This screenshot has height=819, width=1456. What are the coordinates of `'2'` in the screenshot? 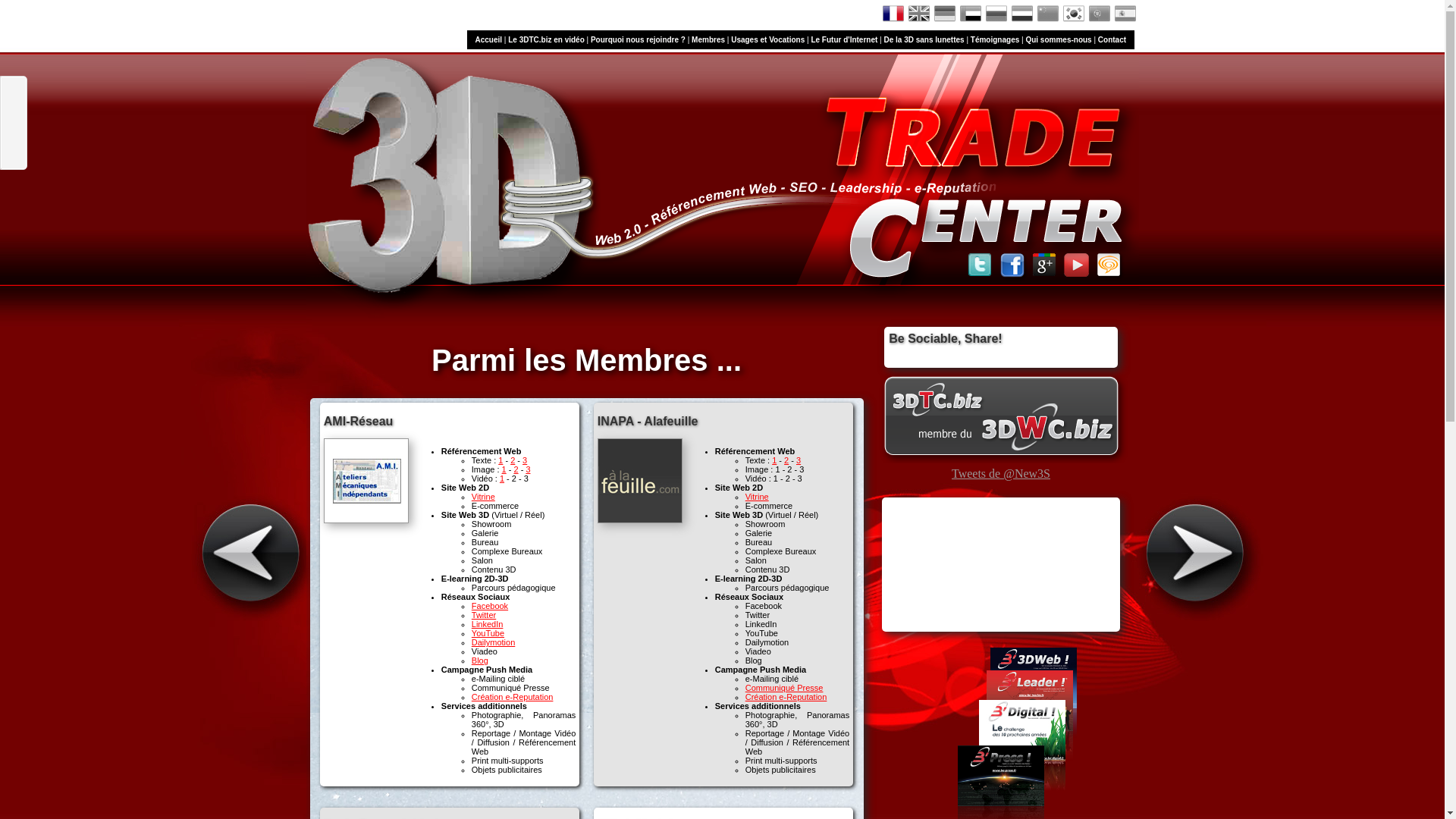 It's located at (513, 459).